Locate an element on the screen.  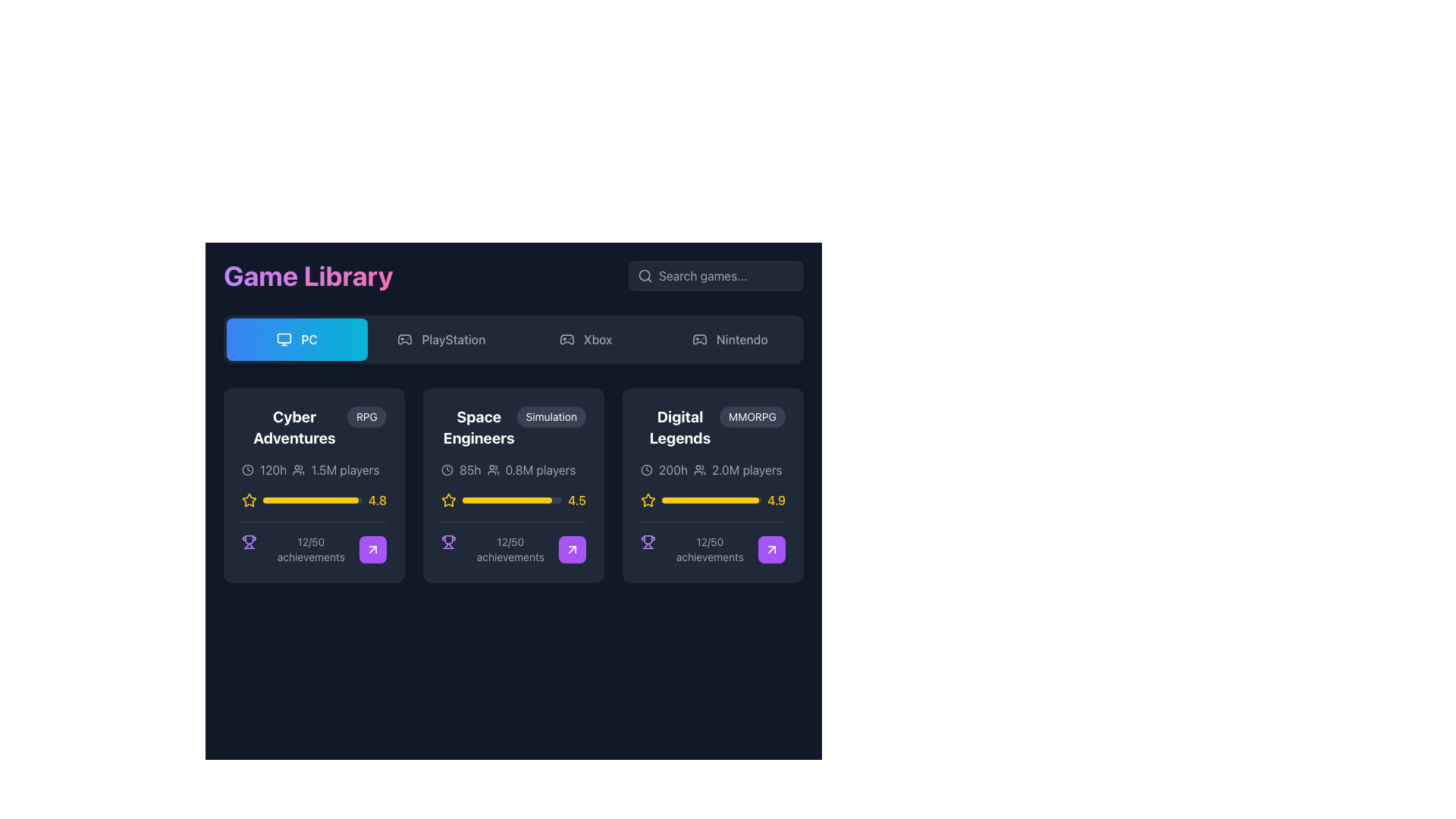
the rating and achievements displayed on the informational card for the game 'Space Engineers', which is the middle card in a three-column layout is located at coordinates (513, 485).